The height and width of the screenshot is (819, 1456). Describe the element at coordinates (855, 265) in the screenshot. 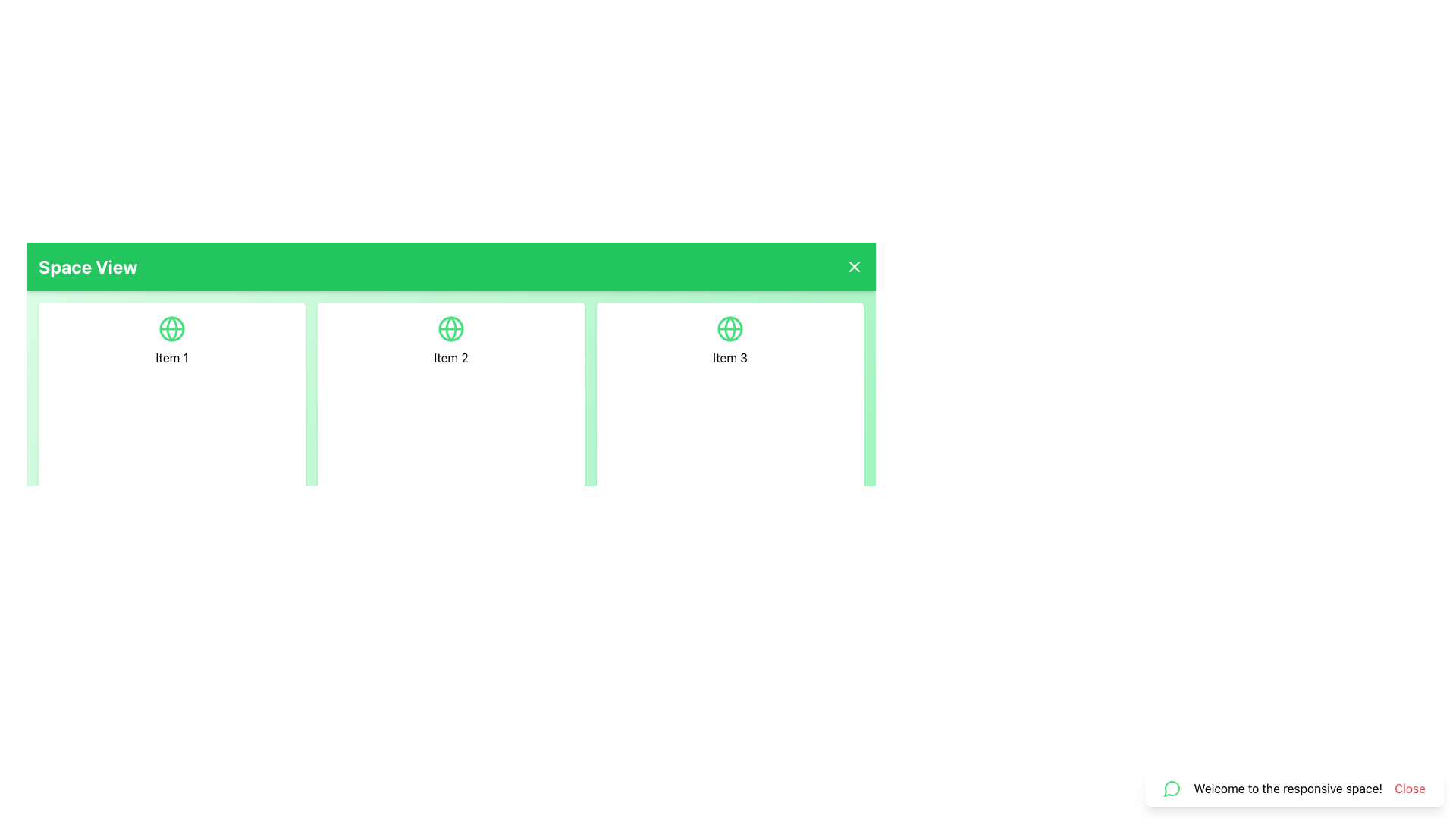

I see `the green diagonal line icon in the top-right corner of the header bar` at that location.